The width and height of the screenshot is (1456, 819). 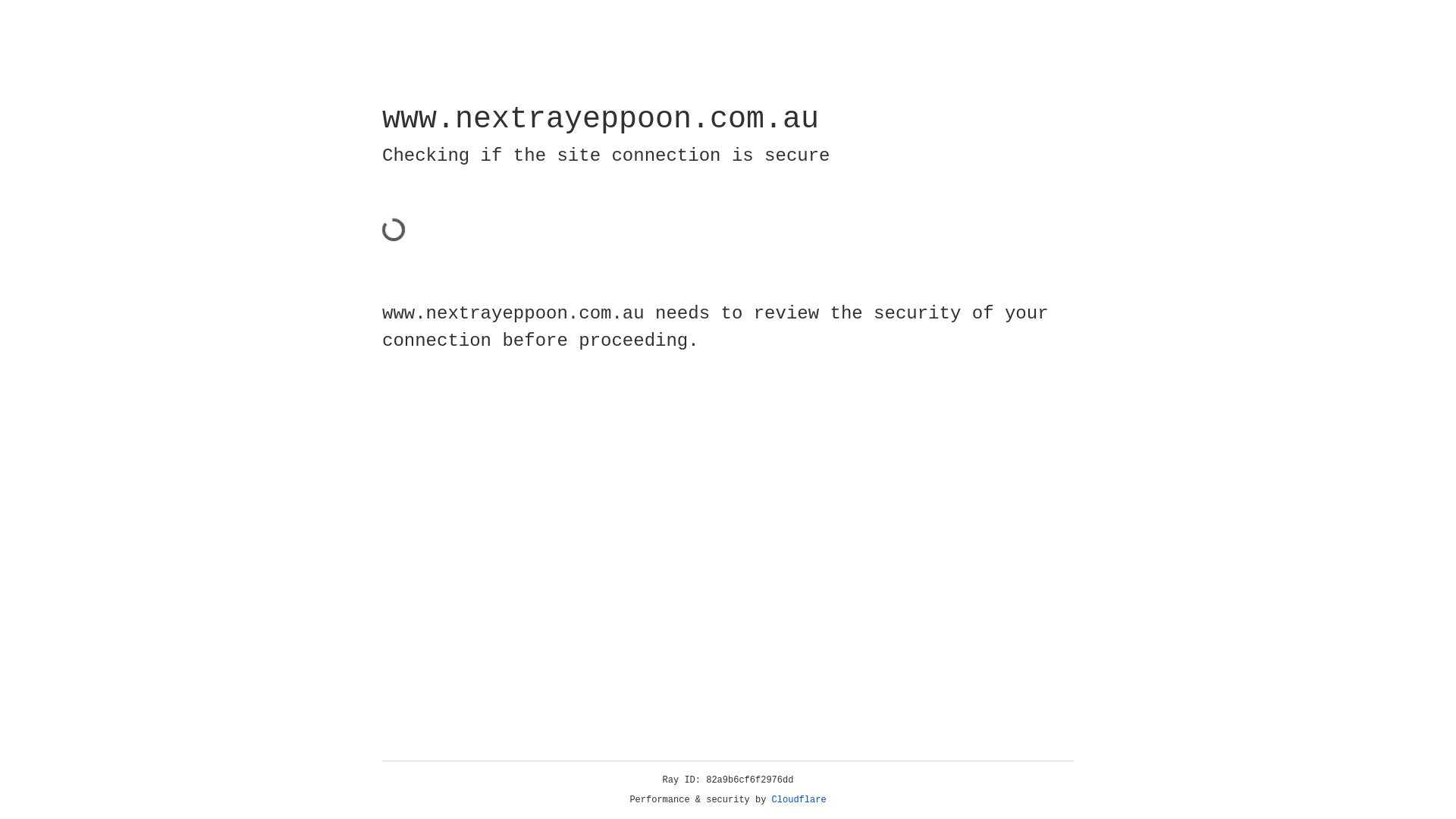 I want to click on 'Cloudflare', so click(x=799, y=799).